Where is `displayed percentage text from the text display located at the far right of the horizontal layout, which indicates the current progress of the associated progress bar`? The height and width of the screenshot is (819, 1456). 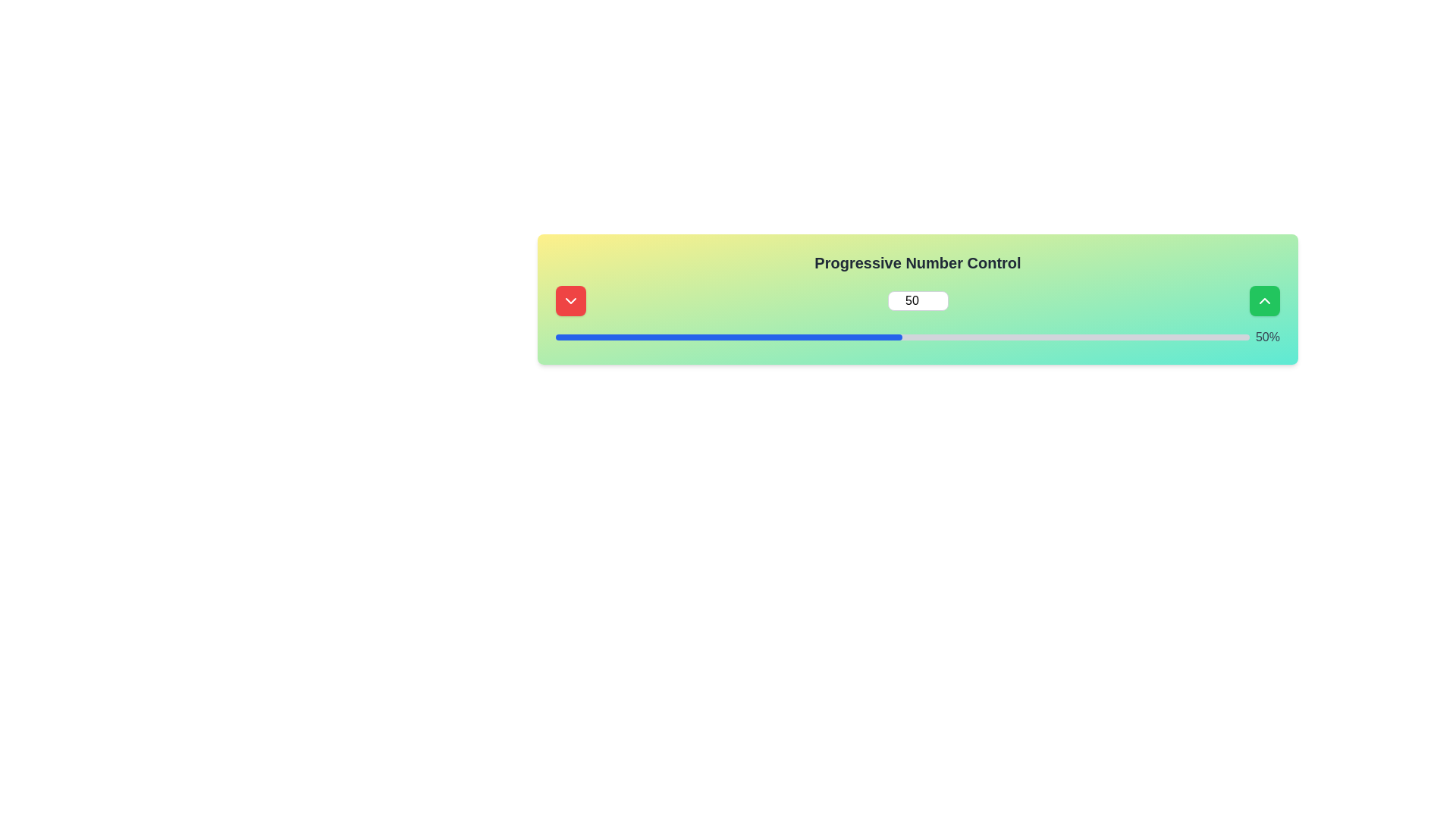 displayed percentage text from the text display located at the far right of the horizontal layout, which indicates the current progress of the associated progress bar is located at coordinates (1267, 336).